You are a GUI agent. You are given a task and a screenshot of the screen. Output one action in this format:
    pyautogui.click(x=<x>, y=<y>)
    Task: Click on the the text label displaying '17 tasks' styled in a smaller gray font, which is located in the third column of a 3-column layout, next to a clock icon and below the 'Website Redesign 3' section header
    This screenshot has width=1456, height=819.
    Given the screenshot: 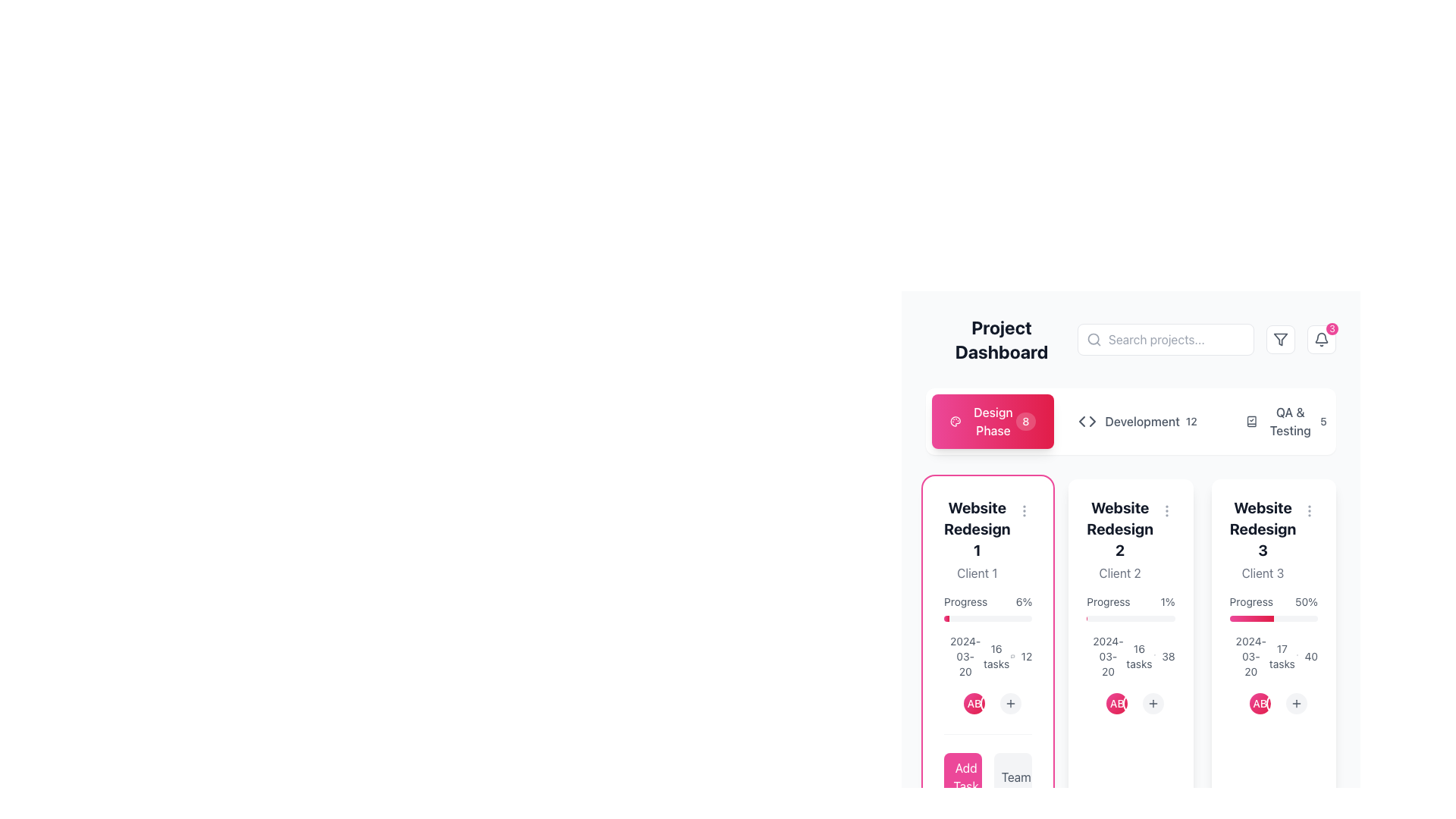 What is the action you would take?
    pyautogui.click(x=1273, y=656)
    